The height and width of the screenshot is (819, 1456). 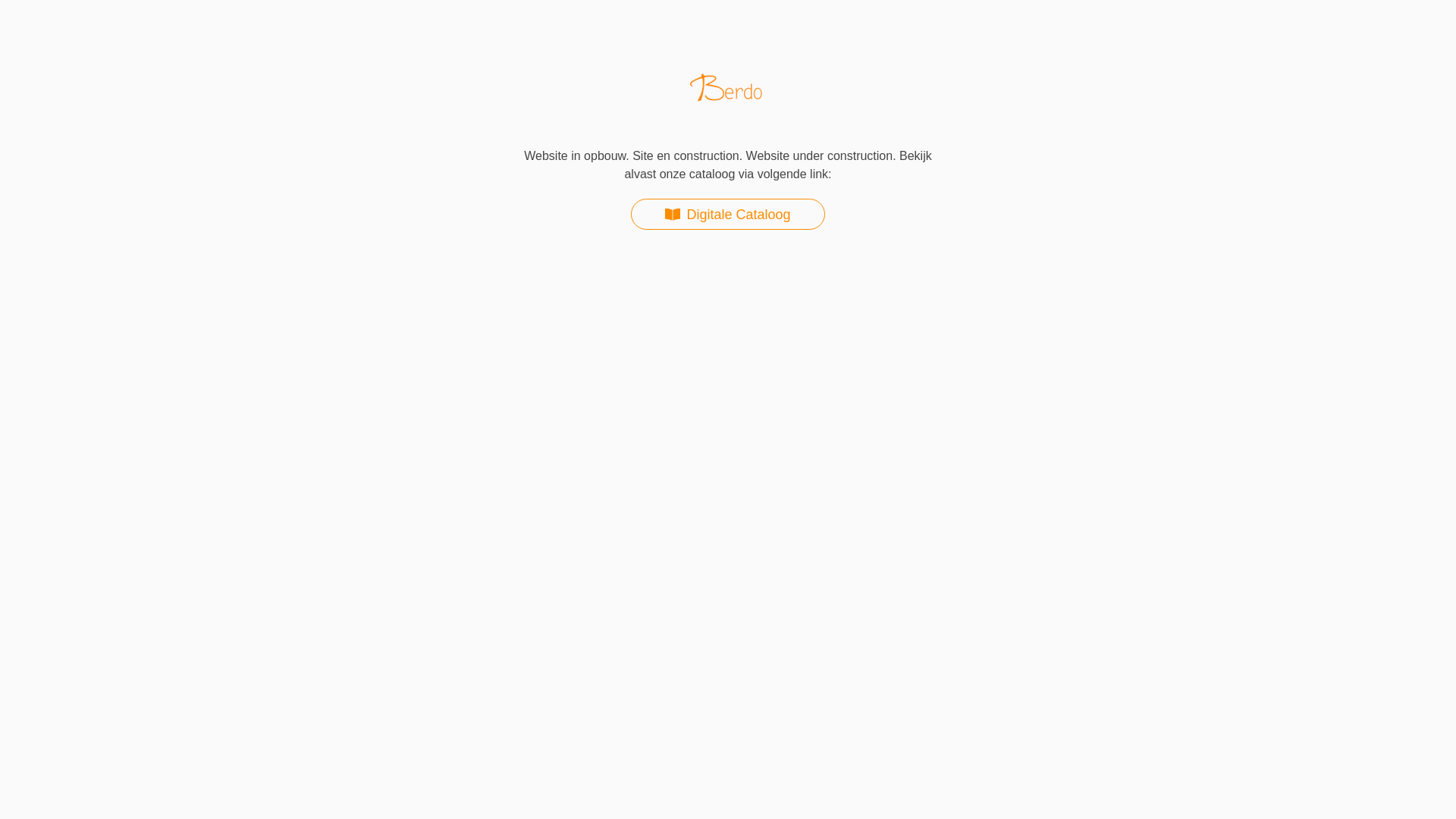 I want to click on 'Digitale Cataloog', so click(x=630, y=214).